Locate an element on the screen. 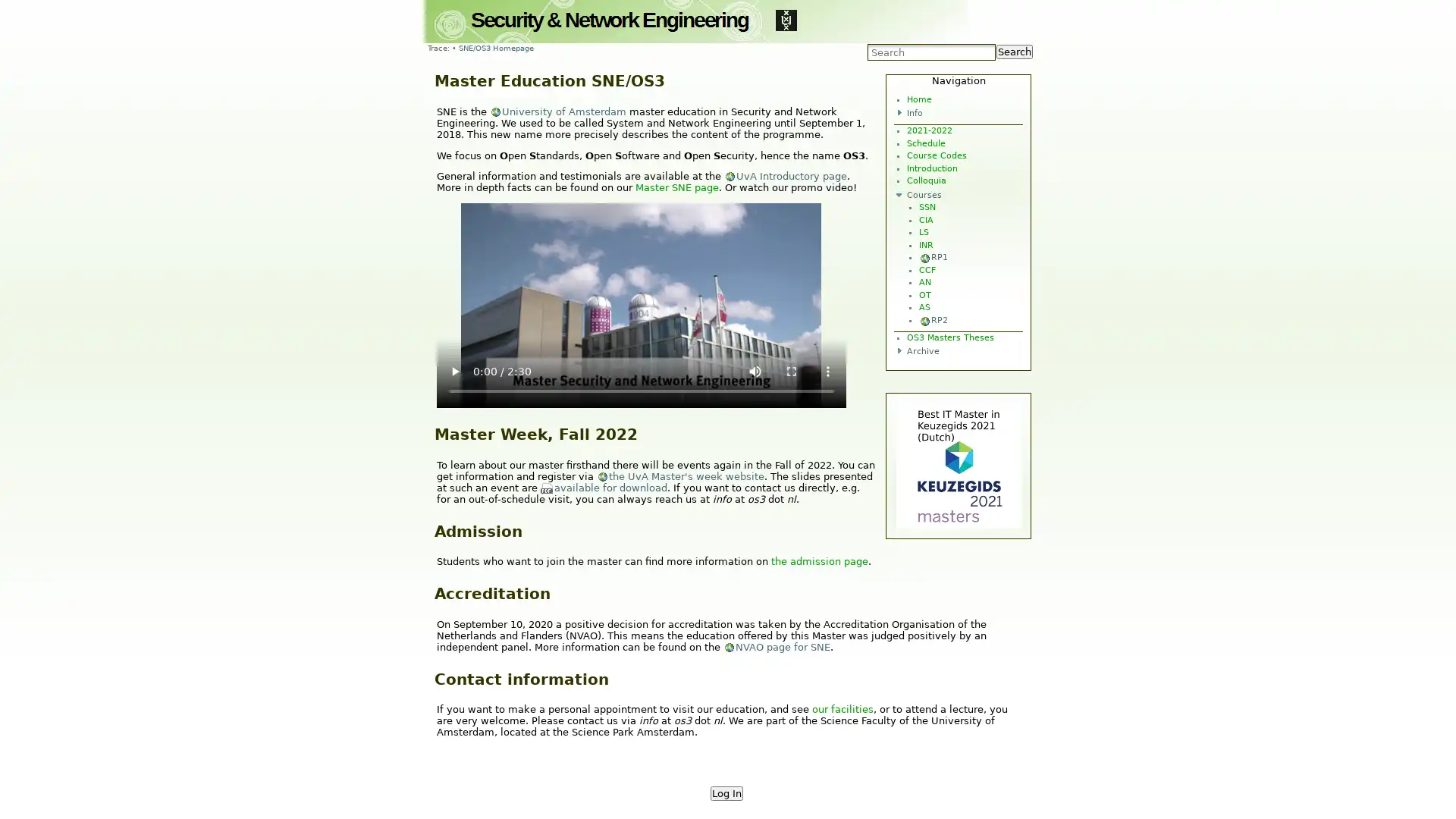 The image size is (1456, 819). mute is located at coordinates (754, 371).